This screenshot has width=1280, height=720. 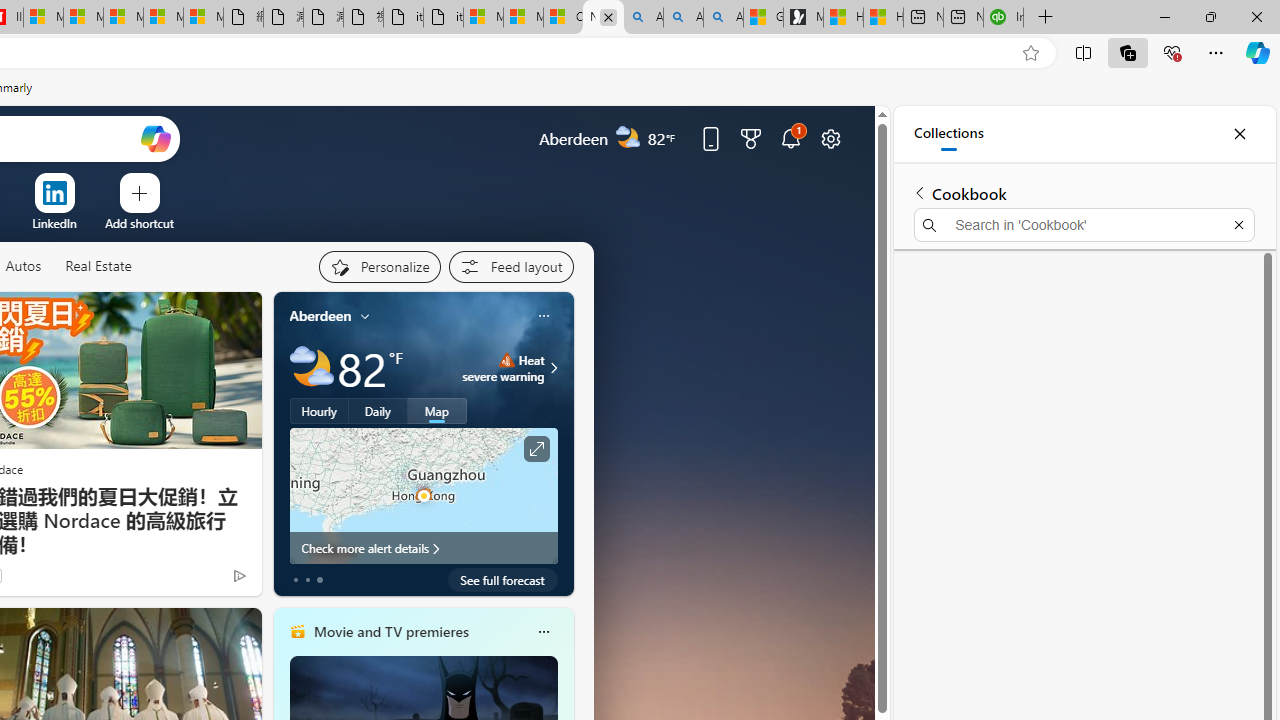 I want to click on 'How to Use a TV as a Computer Monitor', so click(x=882, y=17).